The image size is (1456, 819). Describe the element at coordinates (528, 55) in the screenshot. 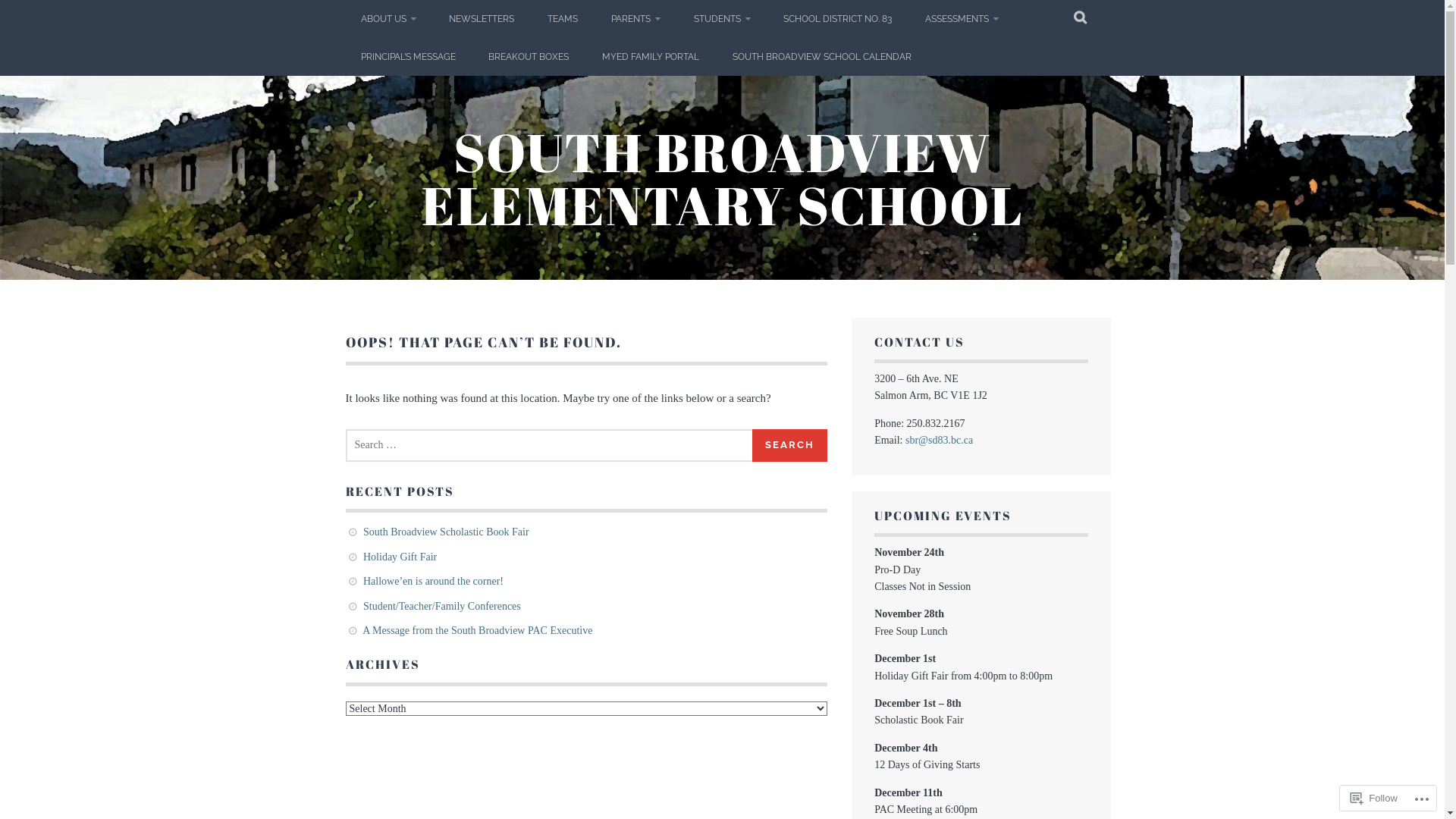

I see `'BREAKOUT BOXES'` at that location.